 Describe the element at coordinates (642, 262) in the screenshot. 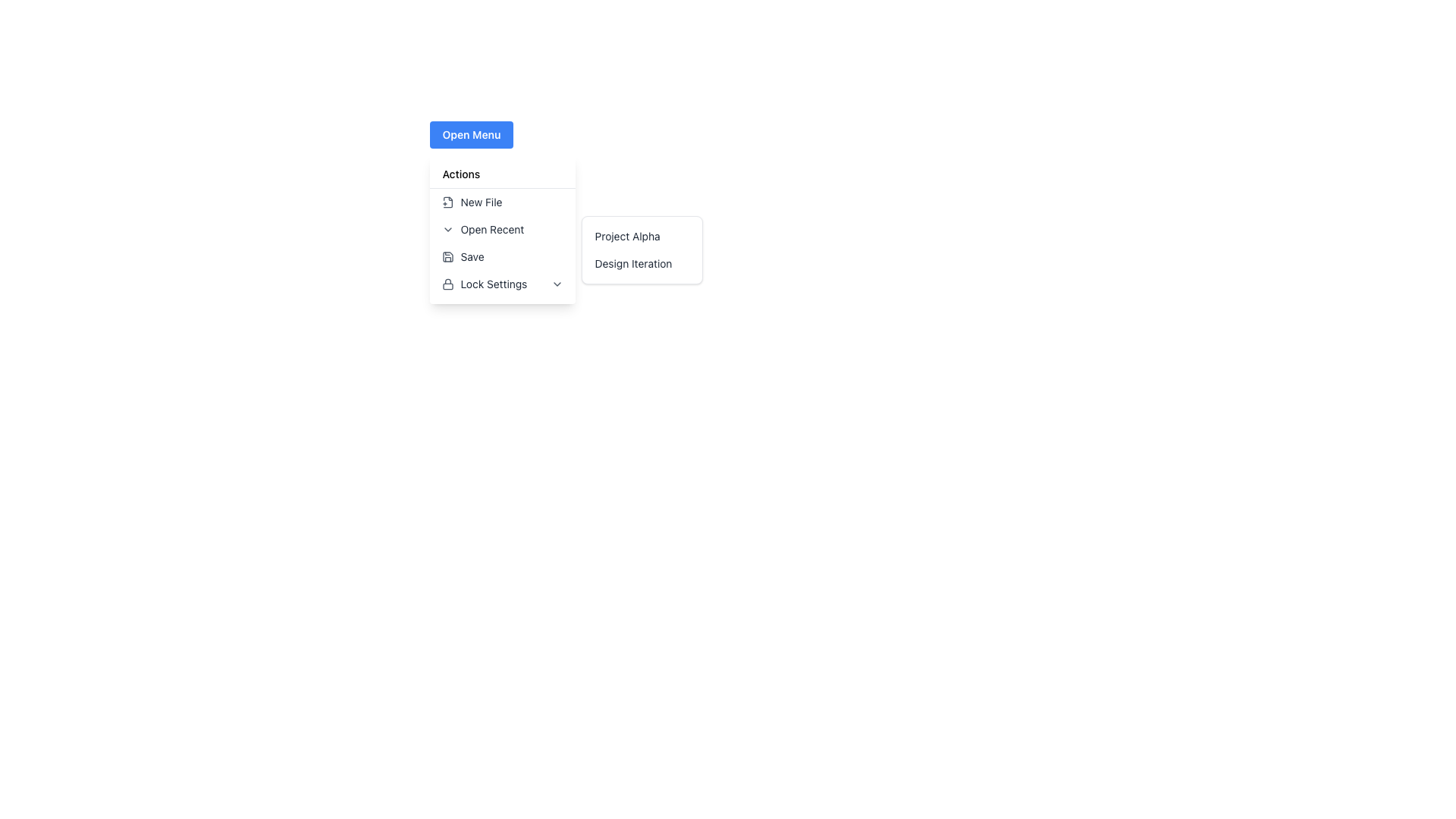

I see `the Interactive text menu item for 'Design Iteration' located under the dropdown menu, which is the second option below 'Project Alpha'` at that location.